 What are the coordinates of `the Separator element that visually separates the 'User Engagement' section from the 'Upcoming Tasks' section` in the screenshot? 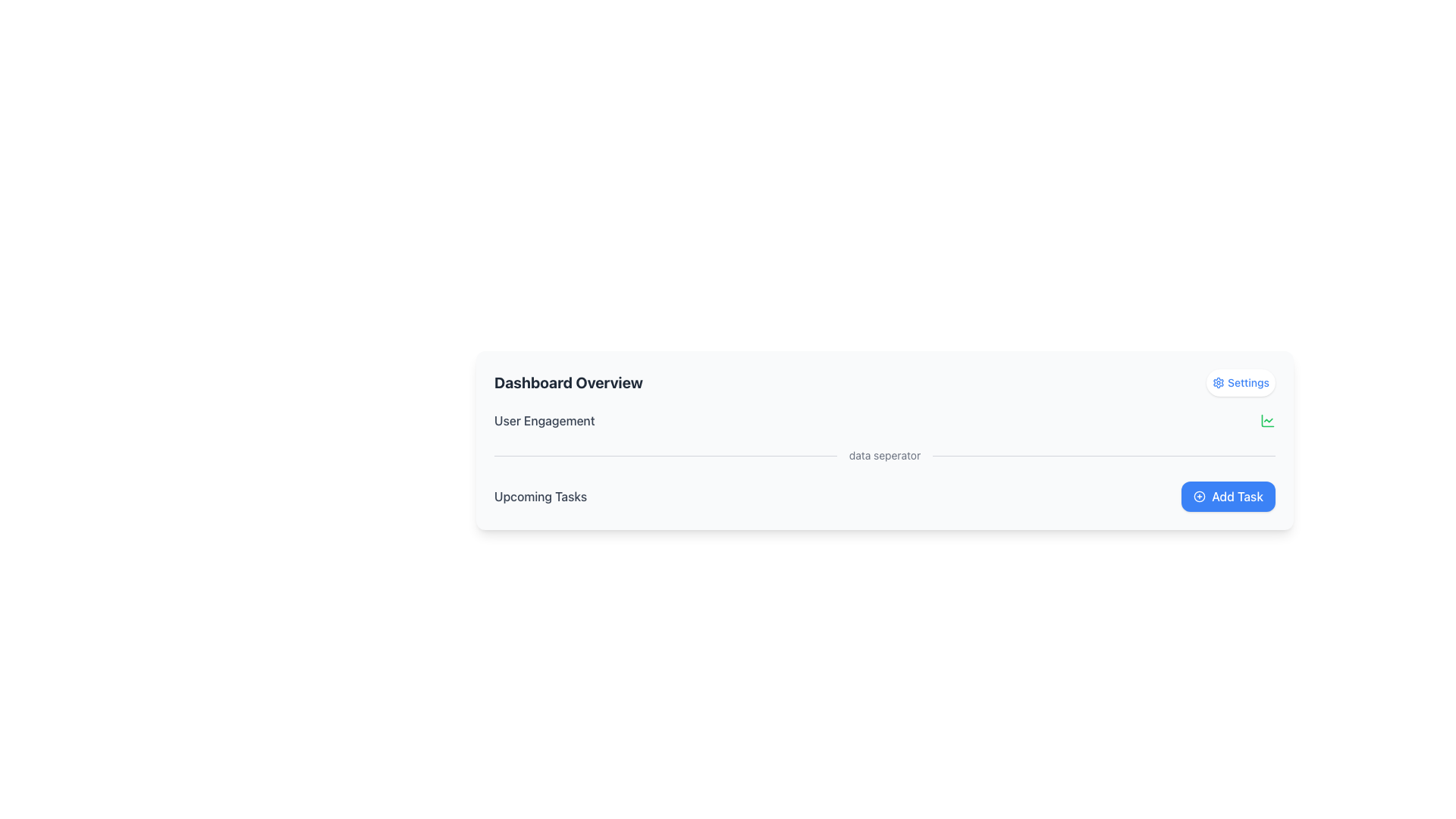 It's located at (884, 455).